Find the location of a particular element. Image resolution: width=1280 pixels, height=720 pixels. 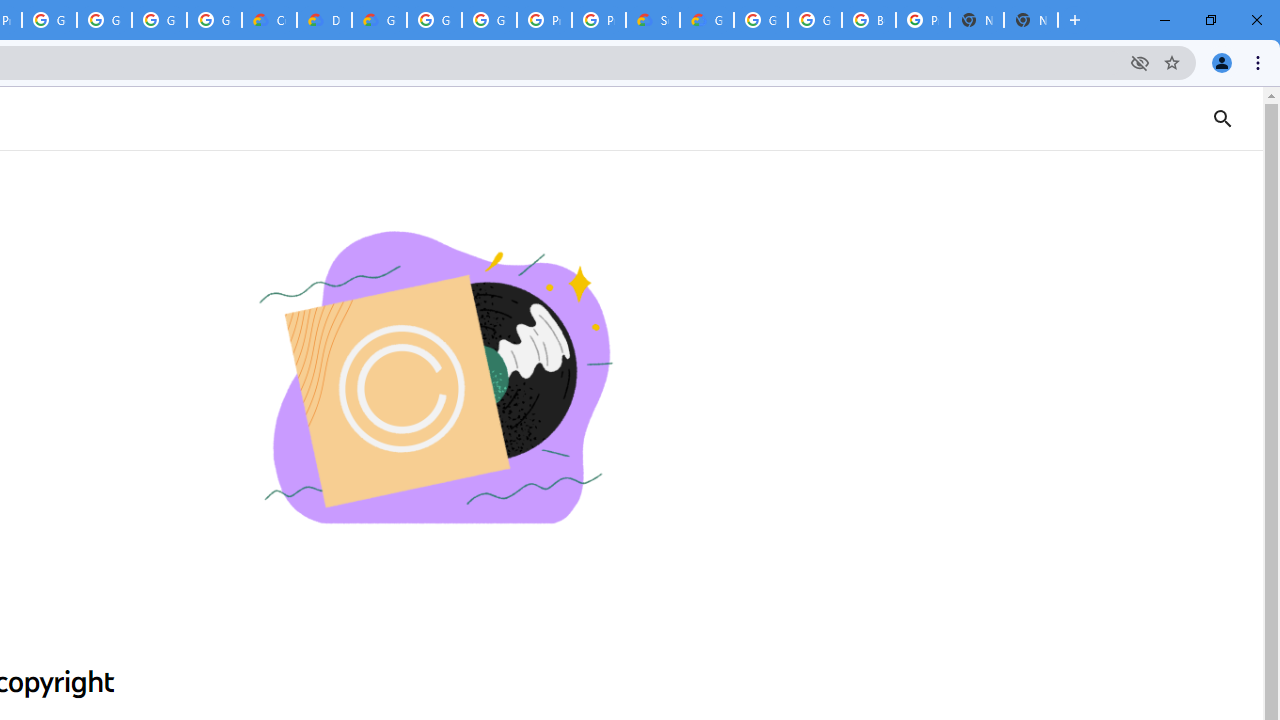

'New Tab' is located at coordinates (1074, 20).